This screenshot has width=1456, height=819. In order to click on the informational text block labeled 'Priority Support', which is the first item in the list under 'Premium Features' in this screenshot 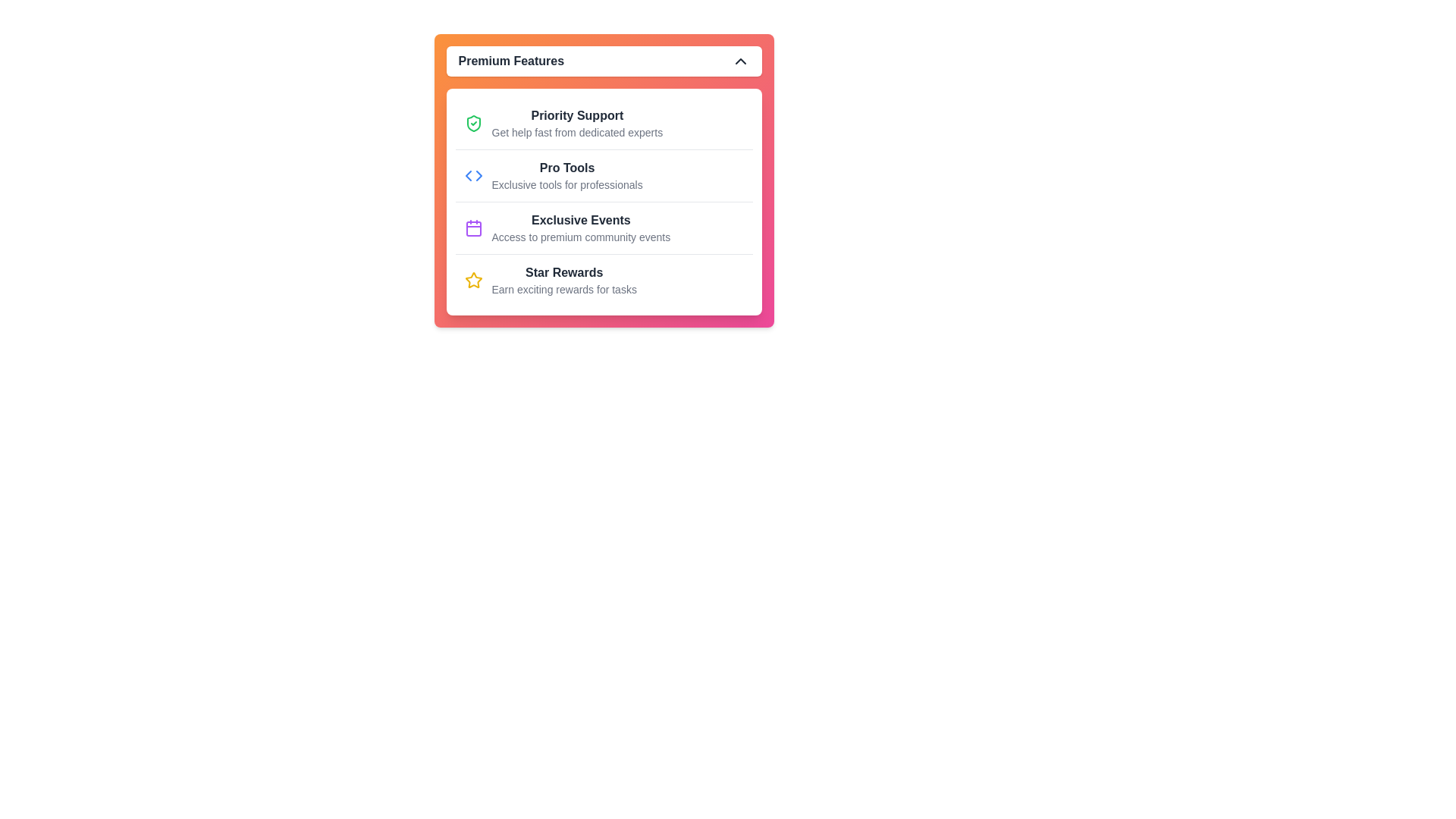, I will do `click(576, 122)`.